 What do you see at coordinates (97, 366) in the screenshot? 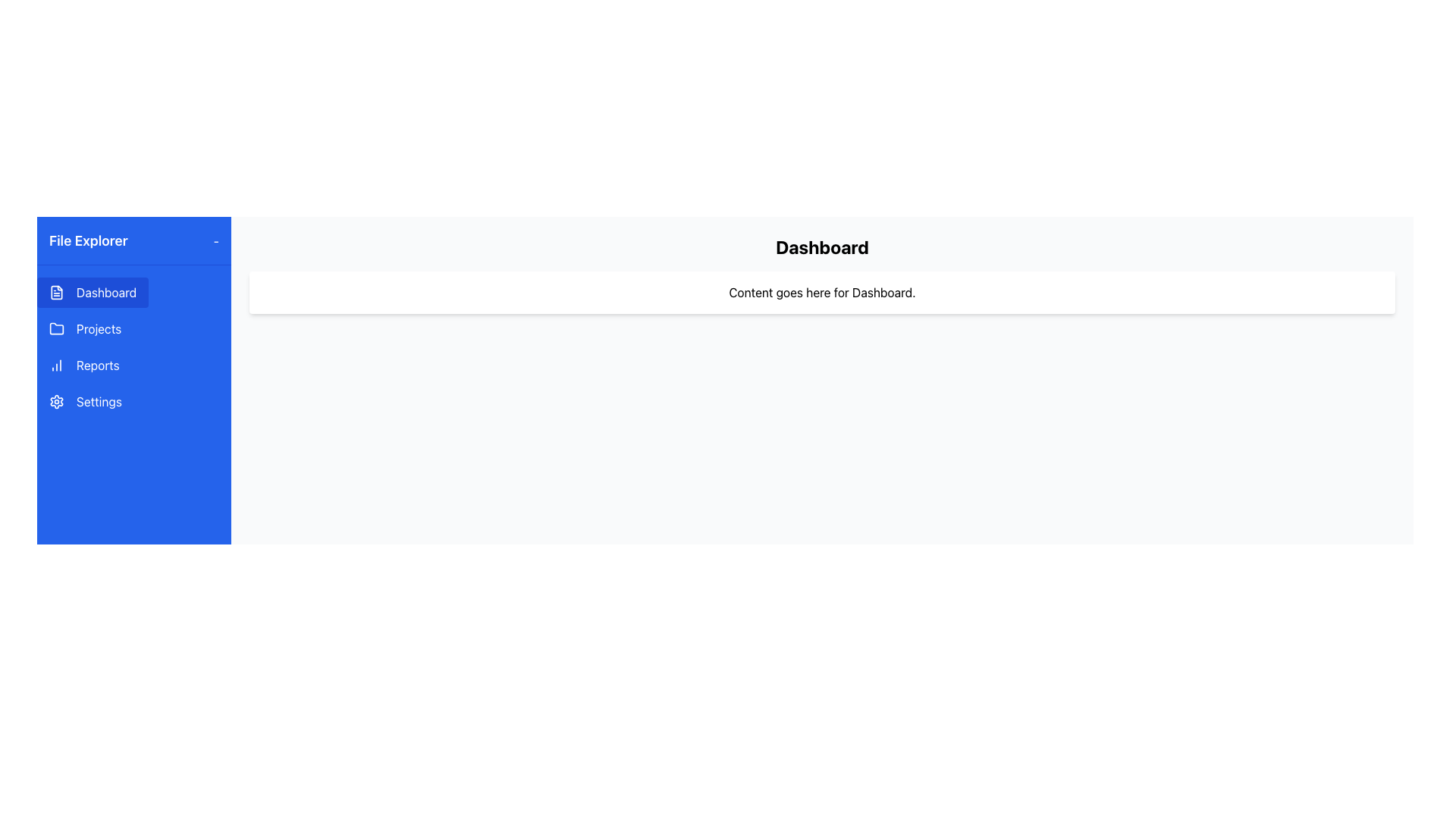
I see `the 'Reports' text label, which is styled with white text on a blue background and located in the vertical navigation sidebar, to potentially reveal additional options` at bounding box center [97, 366].